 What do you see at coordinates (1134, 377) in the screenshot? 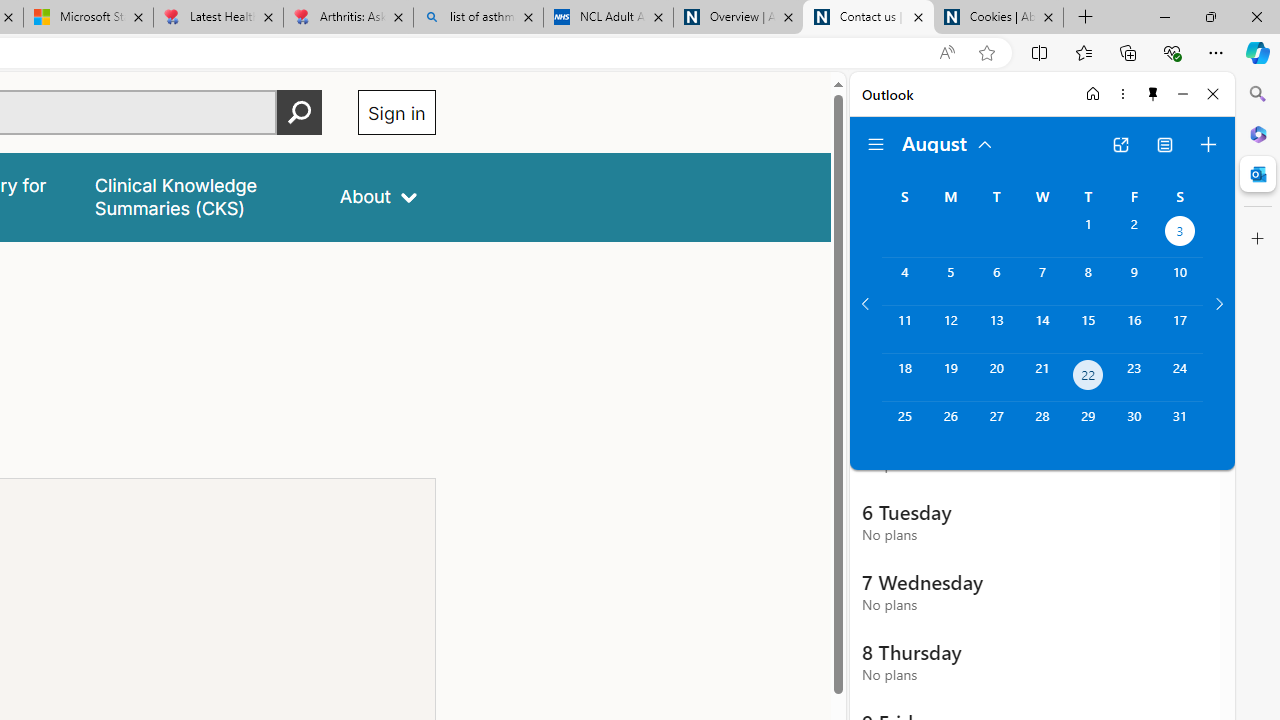
I see `'Friday, August 23, 2024. '` at bounding box center [1134, 377].